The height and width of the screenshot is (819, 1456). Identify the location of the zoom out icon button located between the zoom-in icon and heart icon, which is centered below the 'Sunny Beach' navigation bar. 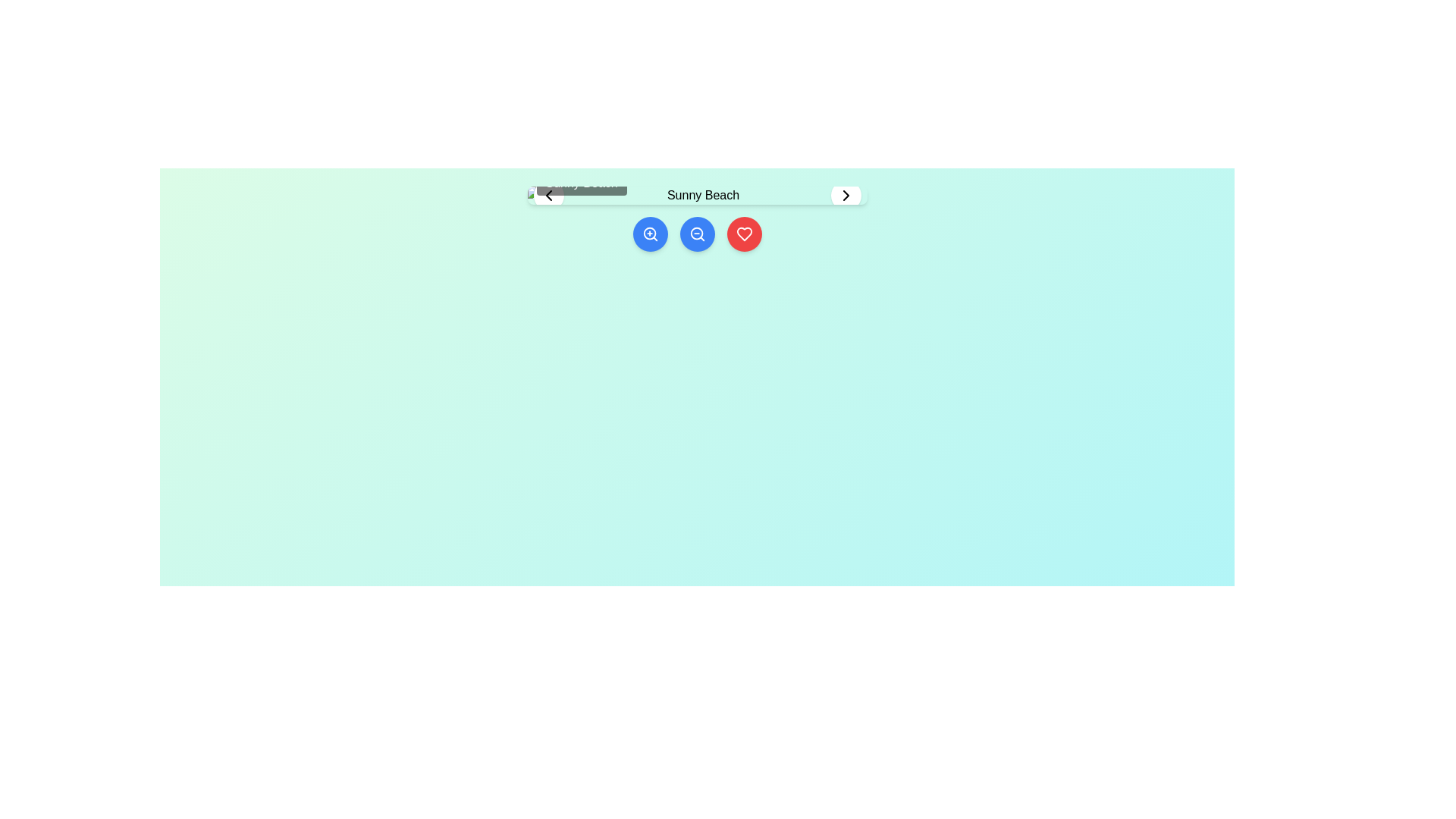
(696, 234).